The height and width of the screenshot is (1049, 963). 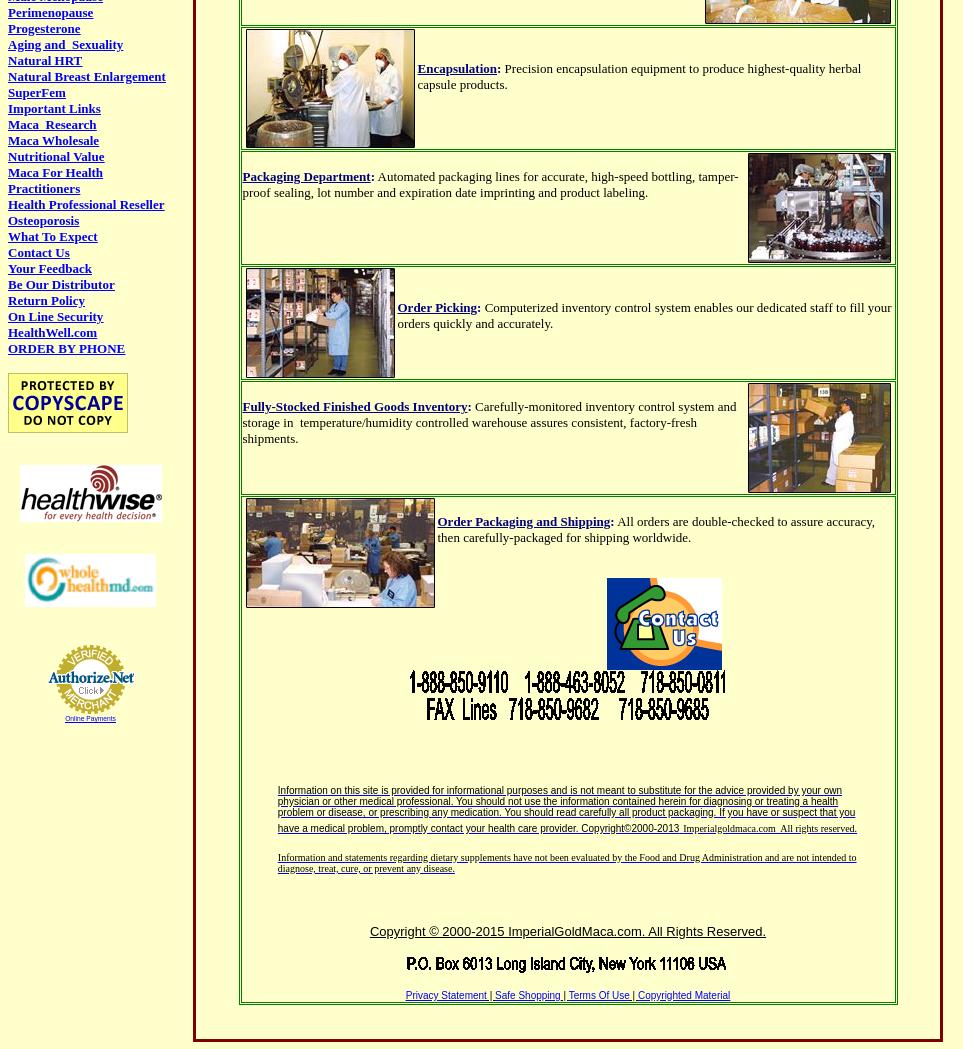 What do you see at coordinates (52, 124) in the screenshot?
I see `'Maca  Research'` at bounding box center [52, 124].